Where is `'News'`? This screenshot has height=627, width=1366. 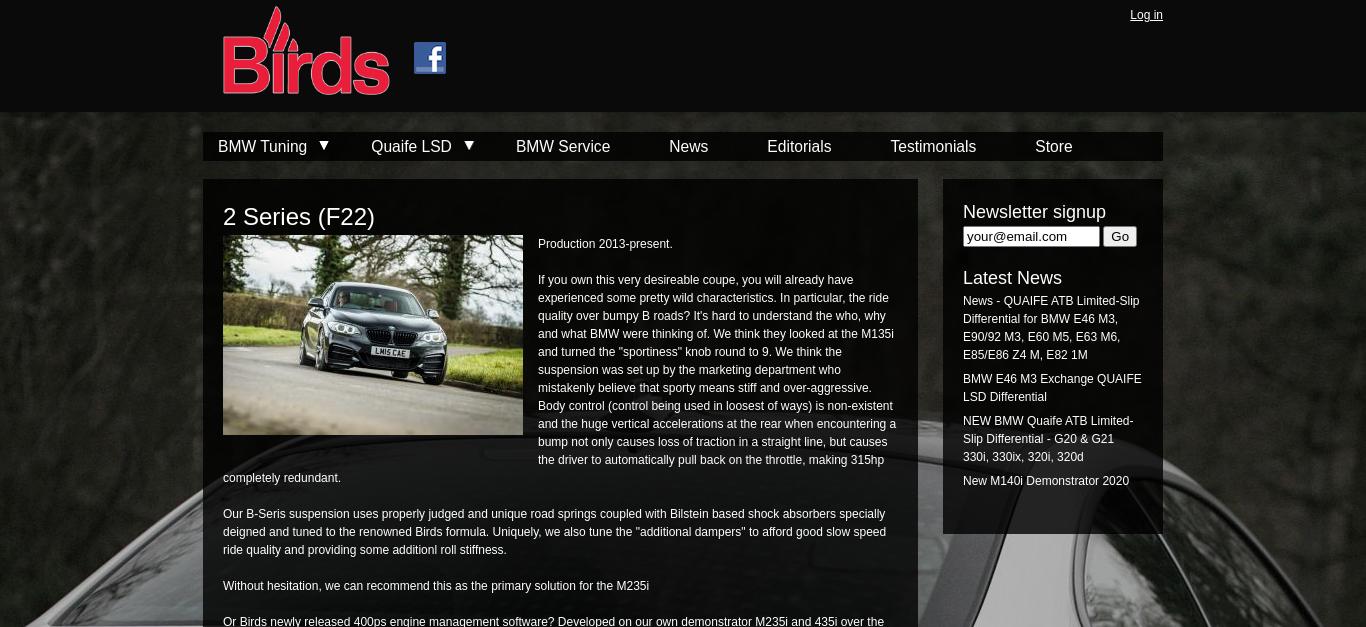 'News' is located at coordinates (668, 145).